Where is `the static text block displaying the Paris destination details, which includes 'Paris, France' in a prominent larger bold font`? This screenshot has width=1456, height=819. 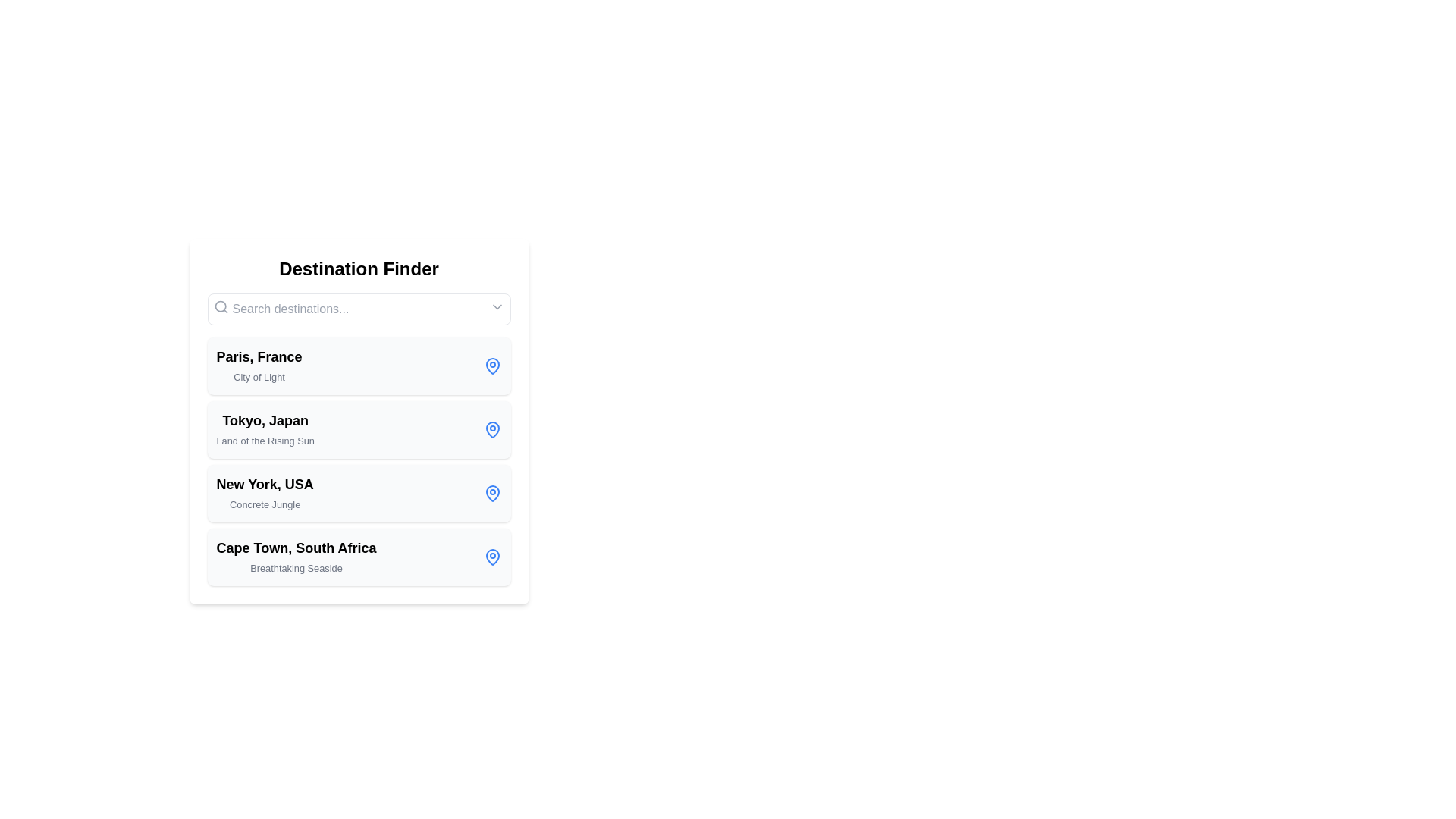 the static text block displaying the Paris destination details, which includes 'Paris, France' in a prominent larger bold font is located at coordinates (259, 366).